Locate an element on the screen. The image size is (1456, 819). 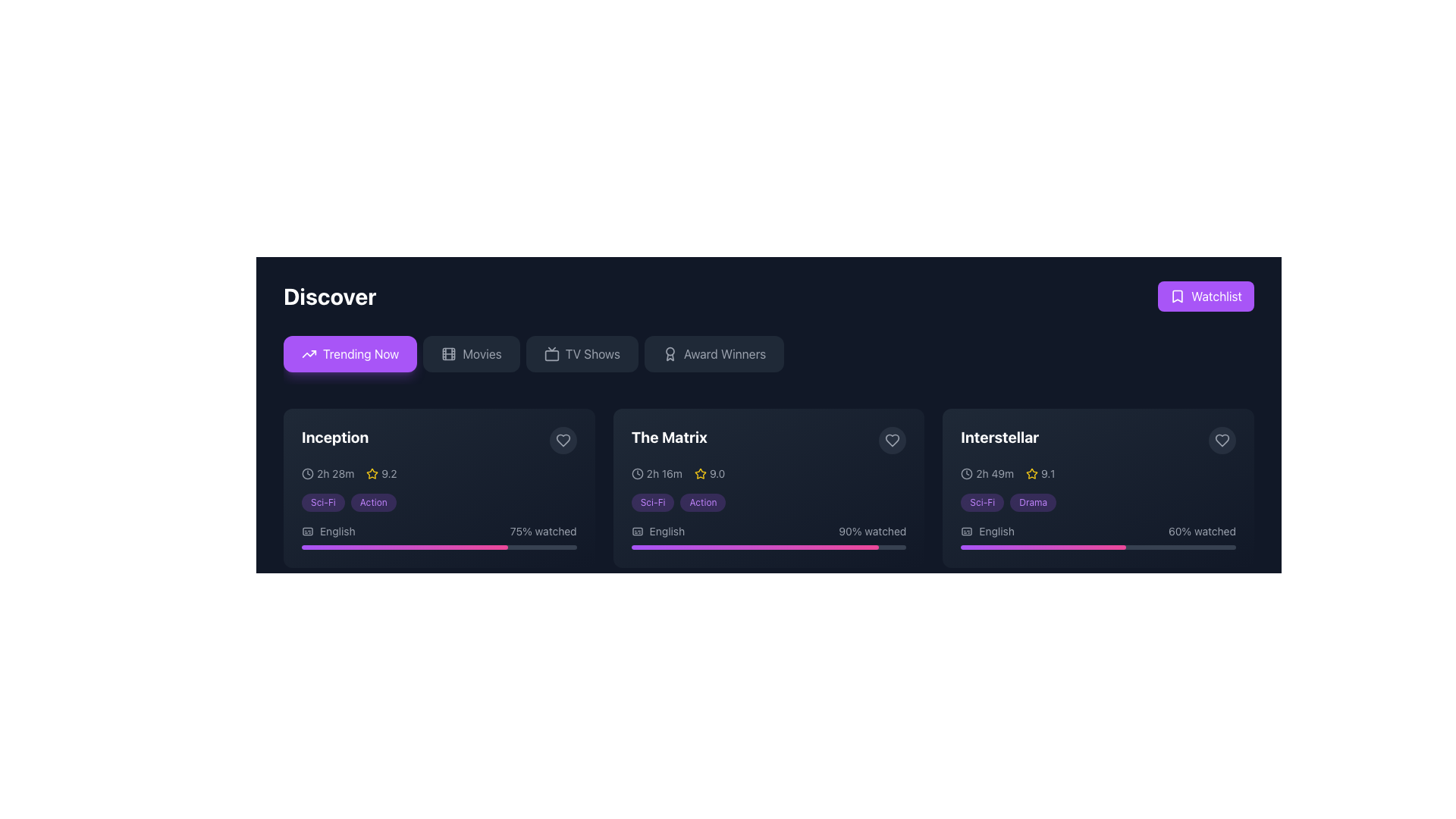
the second genre tag label associated with the movie 'Interstellar' for genre-specific actions or navigation is located at coordinates (1032, 503).